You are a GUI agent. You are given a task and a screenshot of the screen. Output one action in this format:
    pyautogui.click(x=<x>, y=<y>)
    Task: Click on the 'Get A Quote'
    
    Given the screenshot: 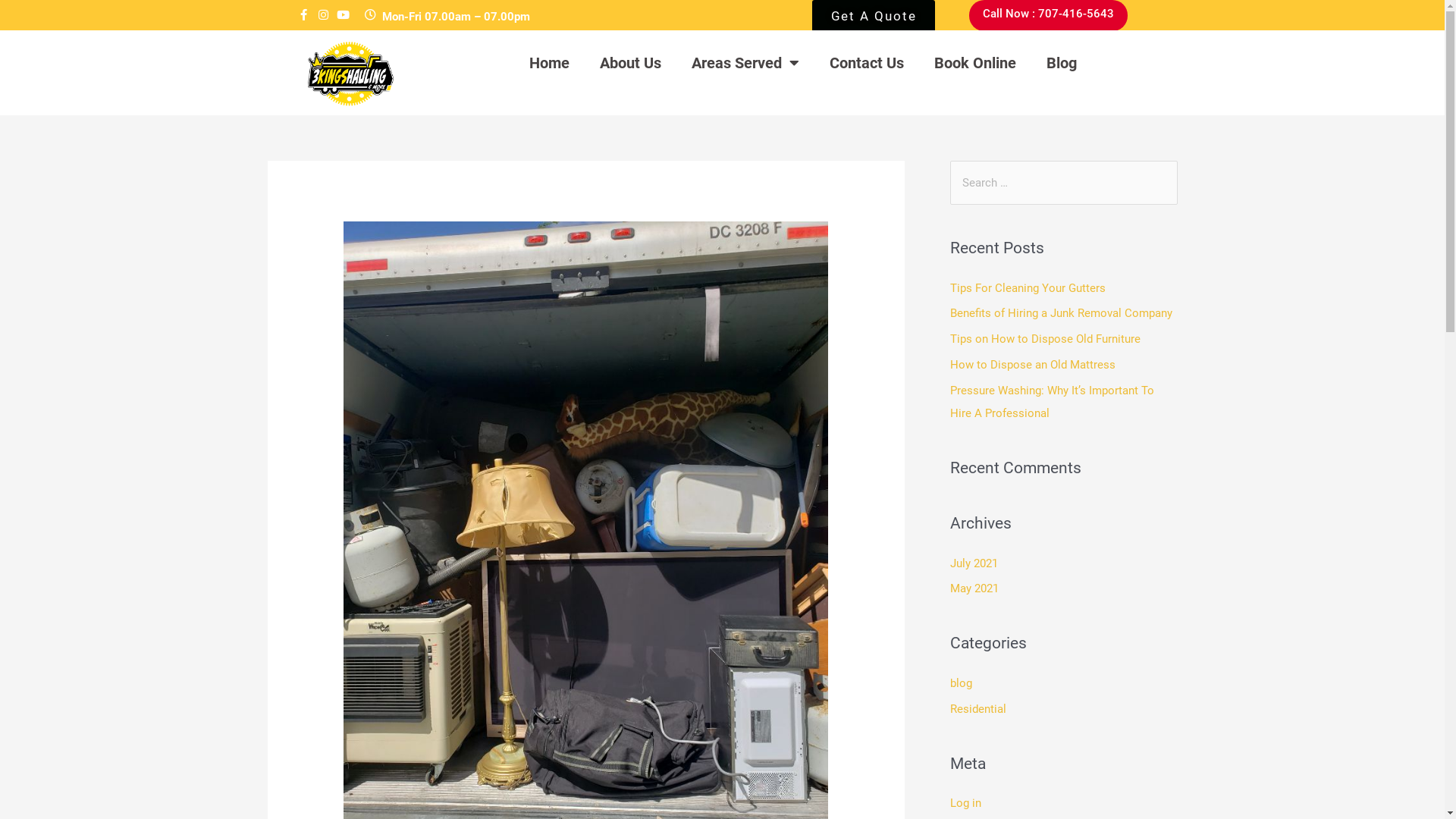 What is the action you would take?
    pyautogui.click(x=874, y=20)
    